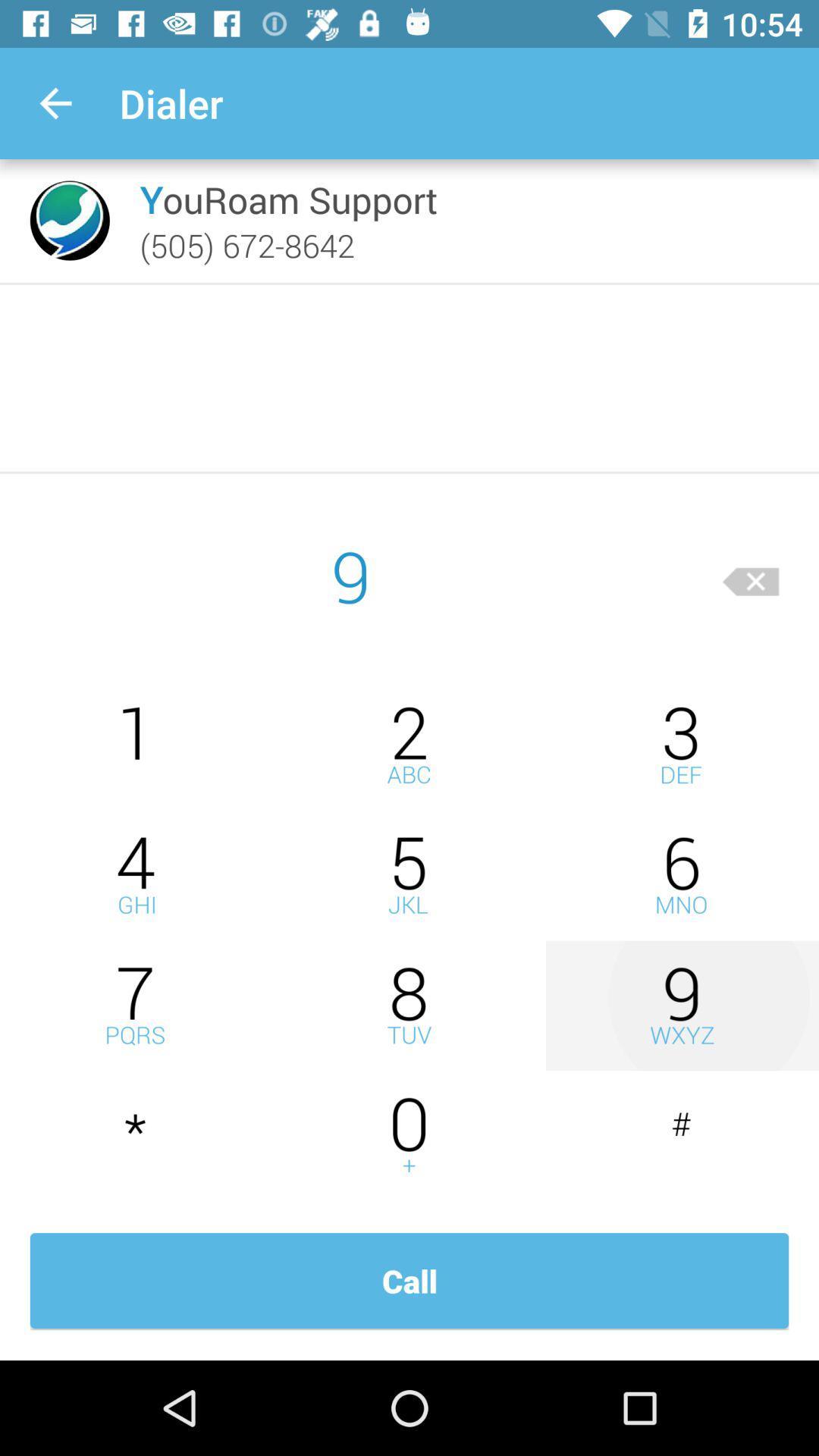  Describe the element at coordinates (288, 199) in the screenshot. I see `the icon above (505) 672-8642 icon` at that location.